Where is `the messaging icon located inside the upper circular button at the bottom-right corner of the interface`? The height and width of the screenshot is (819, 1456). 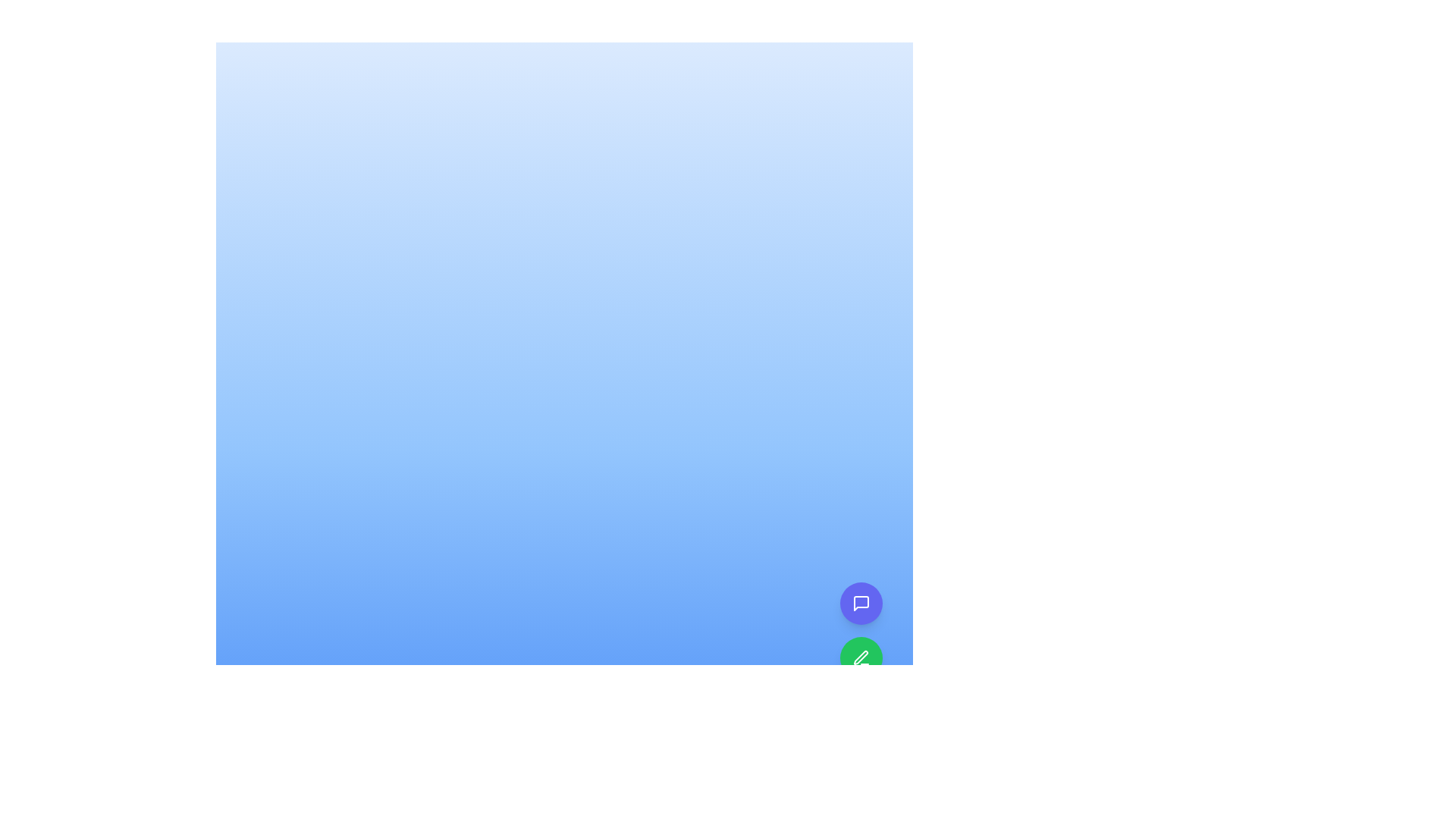 the messaging icon located inside the upper circular button at the bottom-right corner of the interface is located at coordinates (861, 602).